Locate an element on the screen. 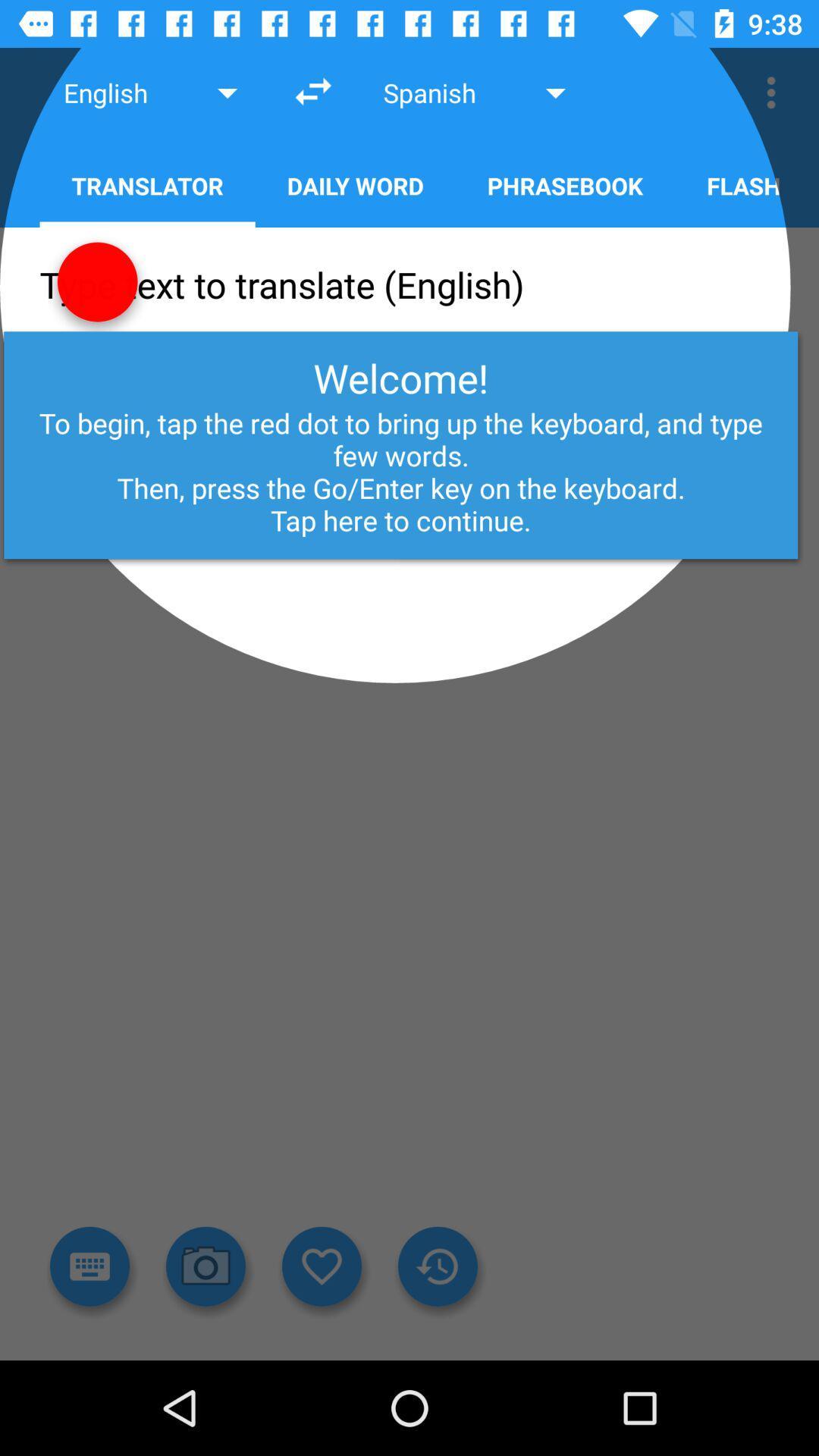 Image resolution: width=819 pixels, height=1456 pixels. the favorite icon is located at coordinates (321, 1266).